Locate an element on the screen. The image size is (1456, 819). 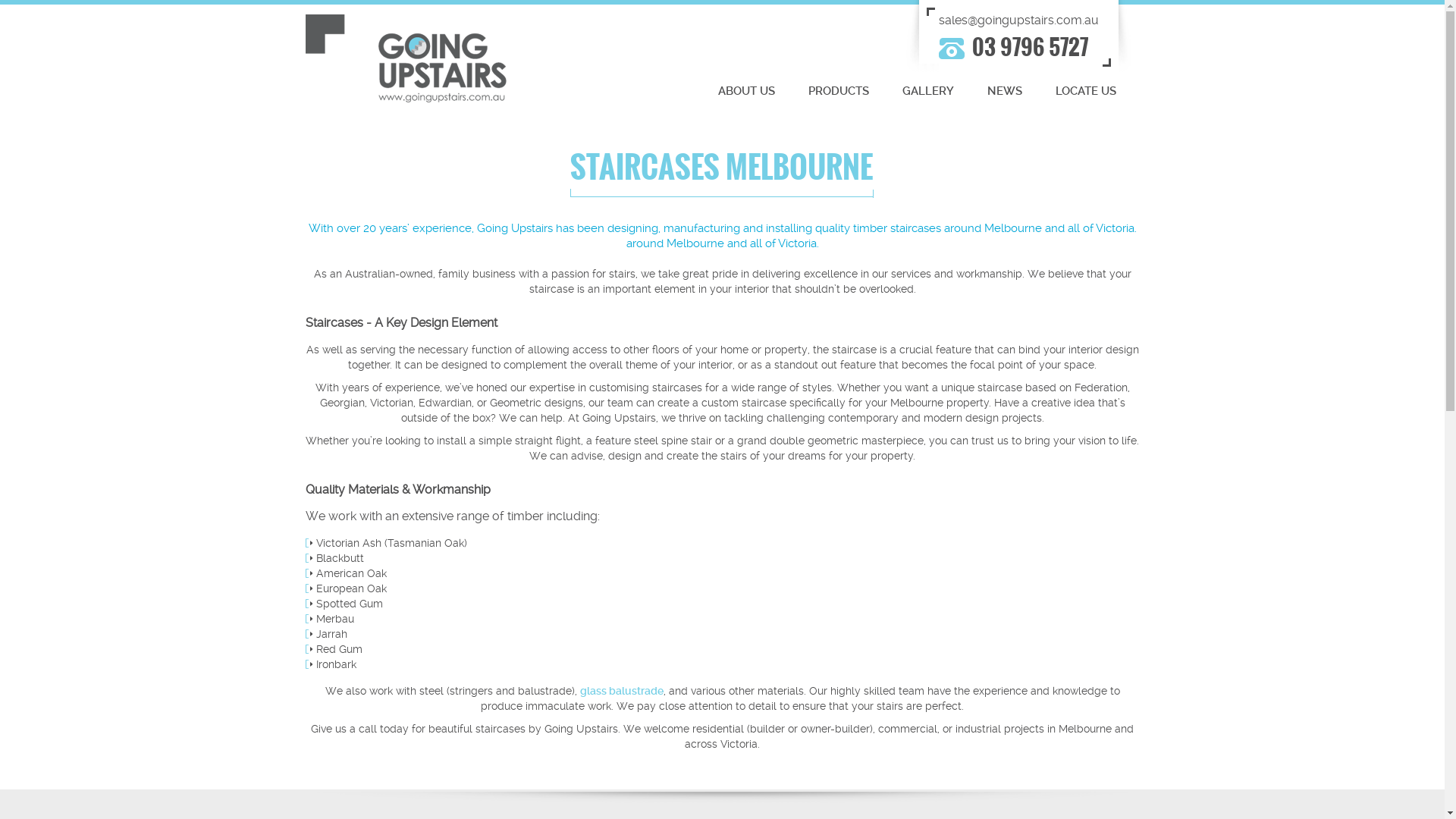
'LOCATE US' is located at coordinates (1084, 93).